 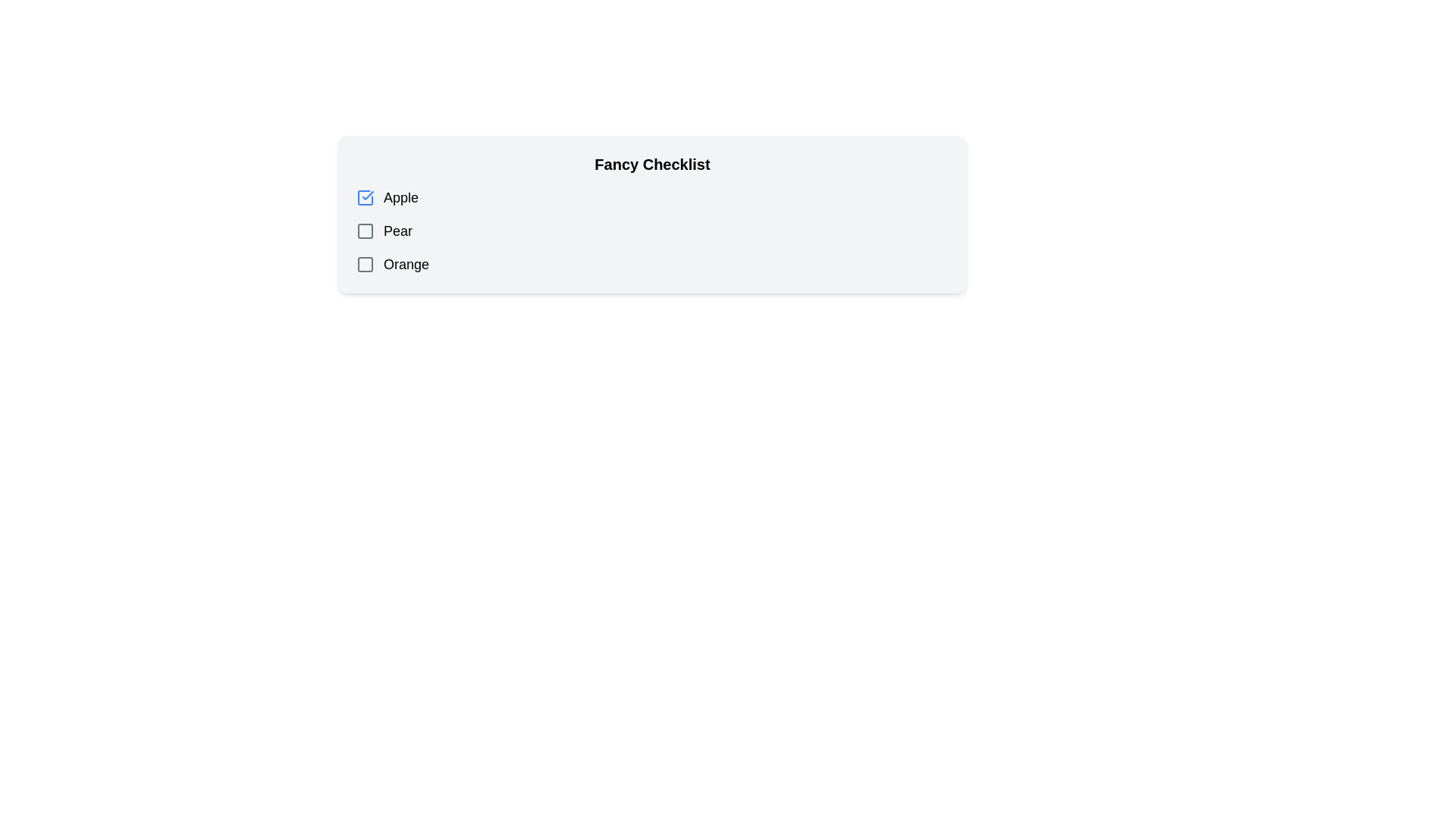 What do you see at coordinates (365, 263) in the screenshot?
I see `the square representing the state of the list item 'Orange' in the checklist, which is located in the last row adjacent to the label 'Orange'` at bounding box center [365, 263].